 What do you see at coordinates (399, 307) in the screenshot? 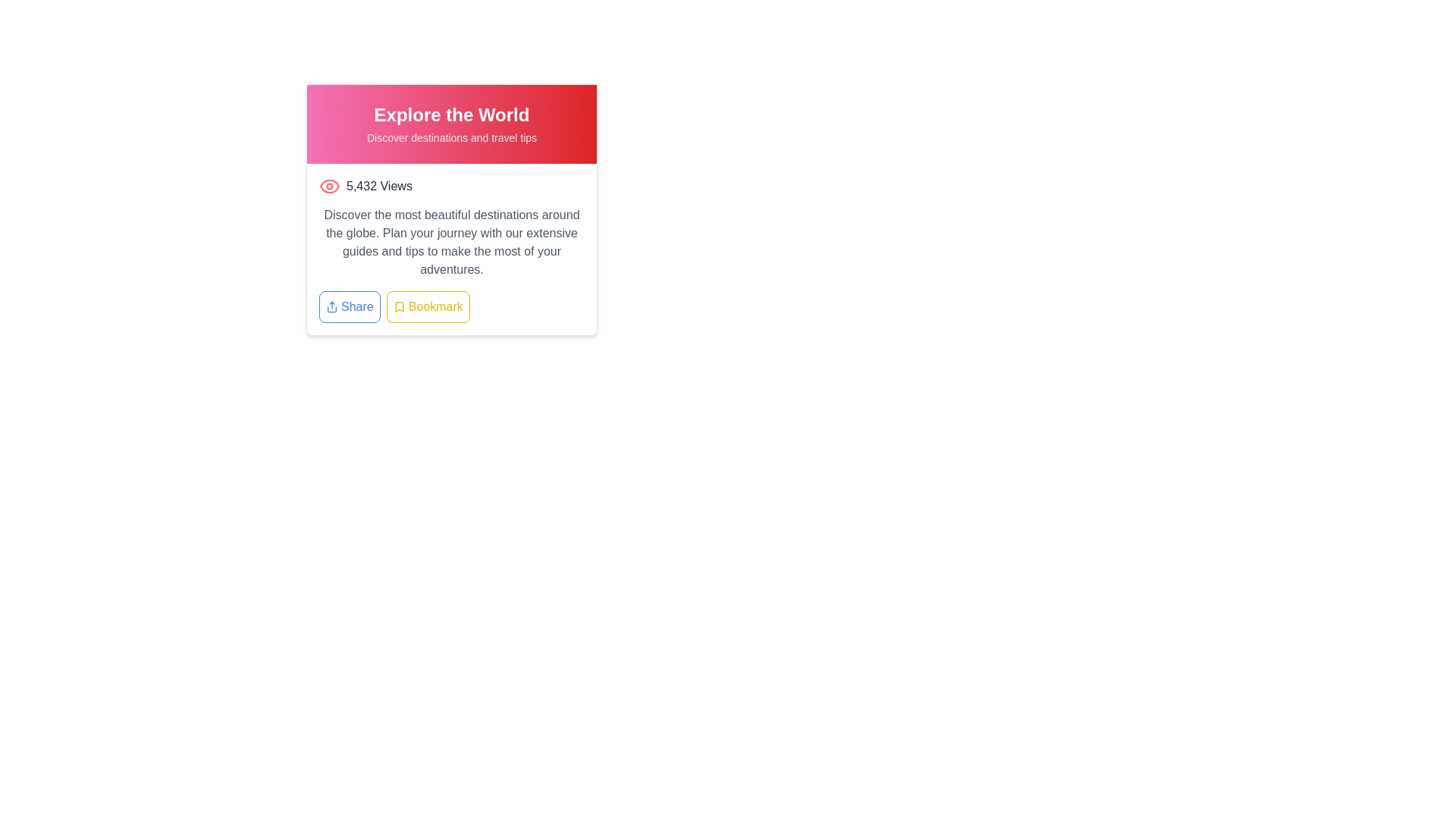
I see `the bookmark icon located within the 'Bookmark' button in the bottom right area of the card component` at bounding box center [399, 307].